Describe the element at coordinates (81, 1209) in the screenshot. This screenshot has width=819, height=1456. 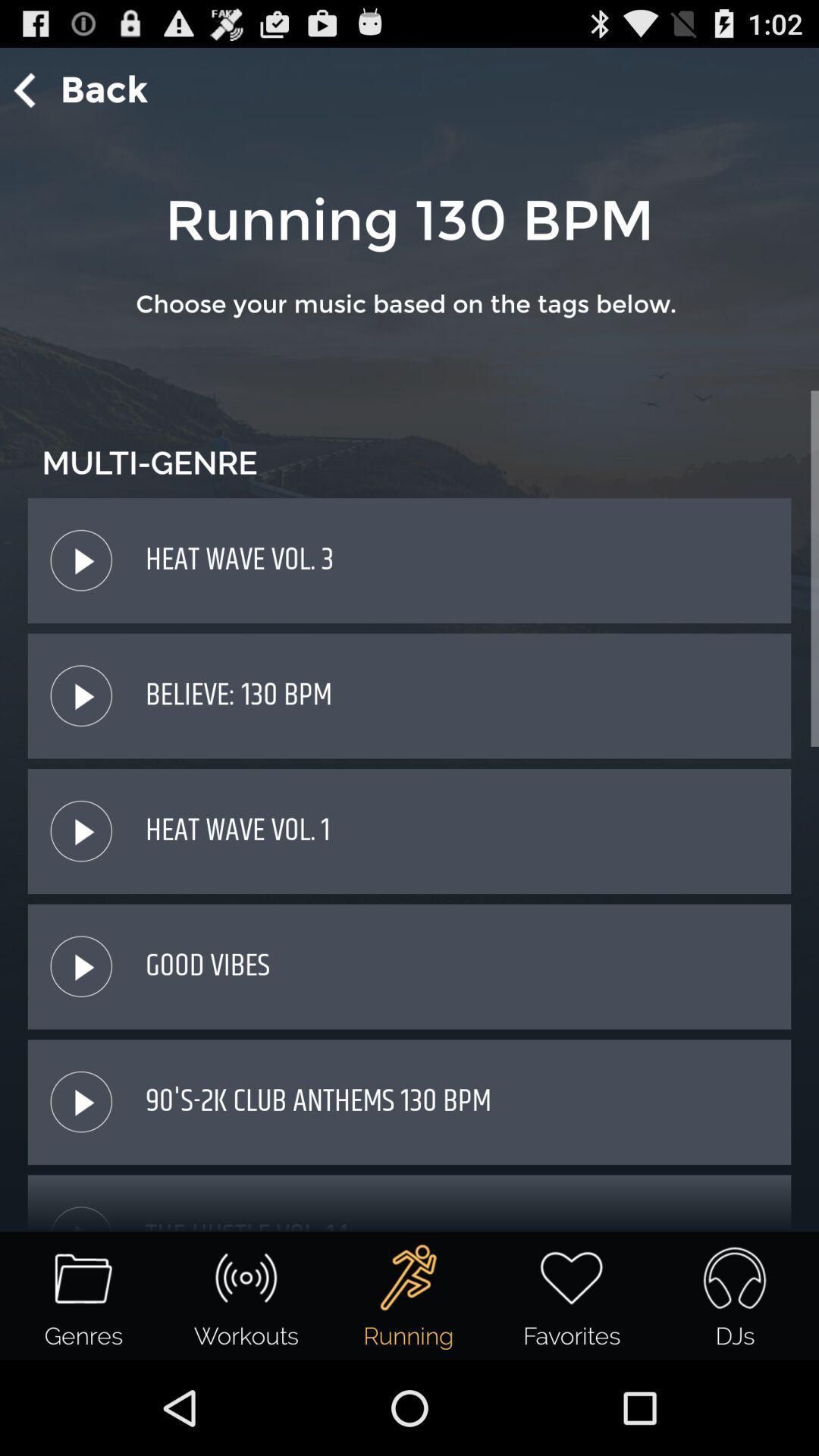
I see `tap the icon just above genres` at that location.